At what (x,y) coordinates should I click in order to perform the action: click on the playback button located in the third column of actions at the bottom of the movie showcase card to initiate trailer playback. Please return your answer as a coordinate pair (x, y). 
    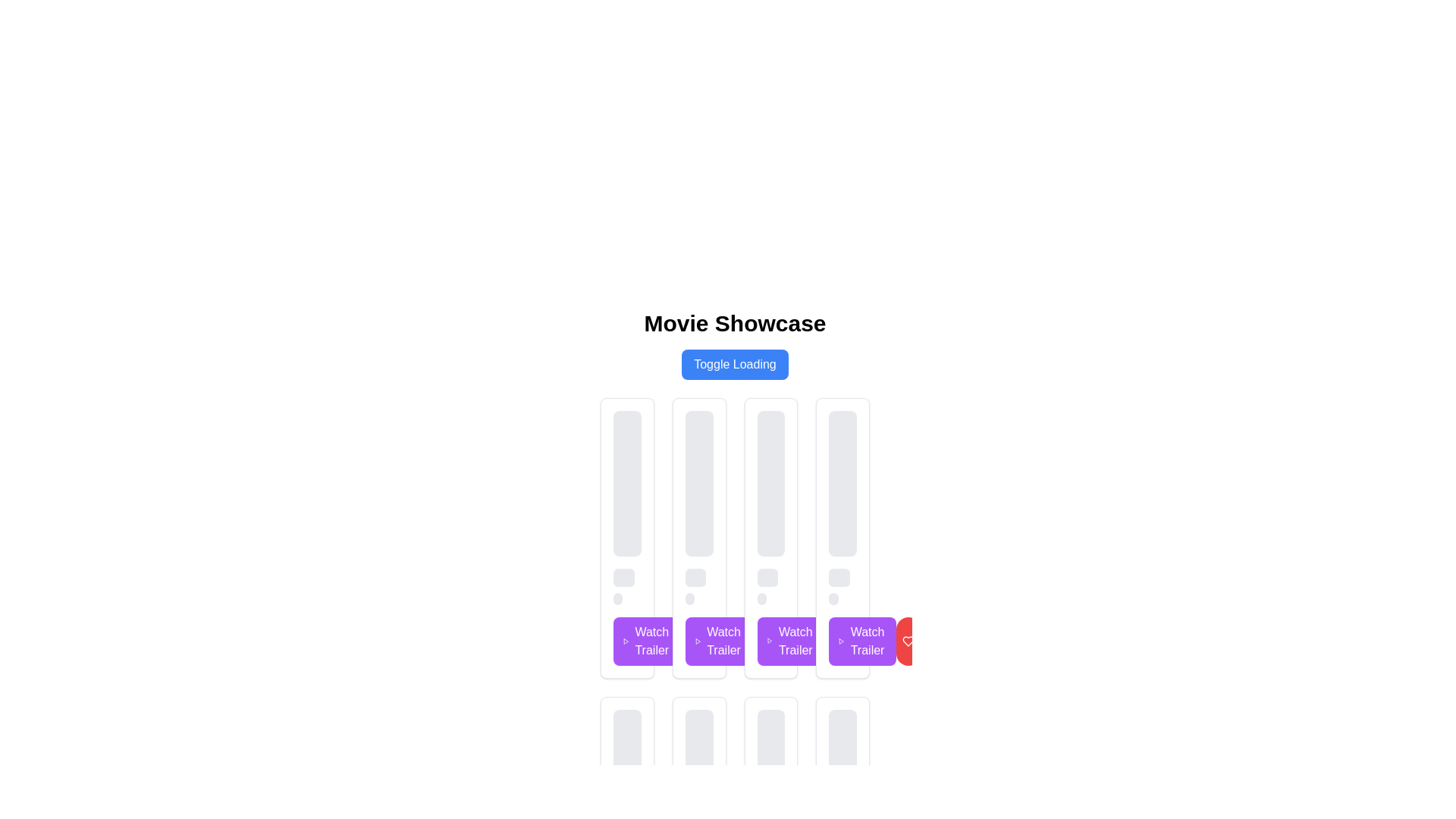
    Looking at the image, I should click on (698, 641).